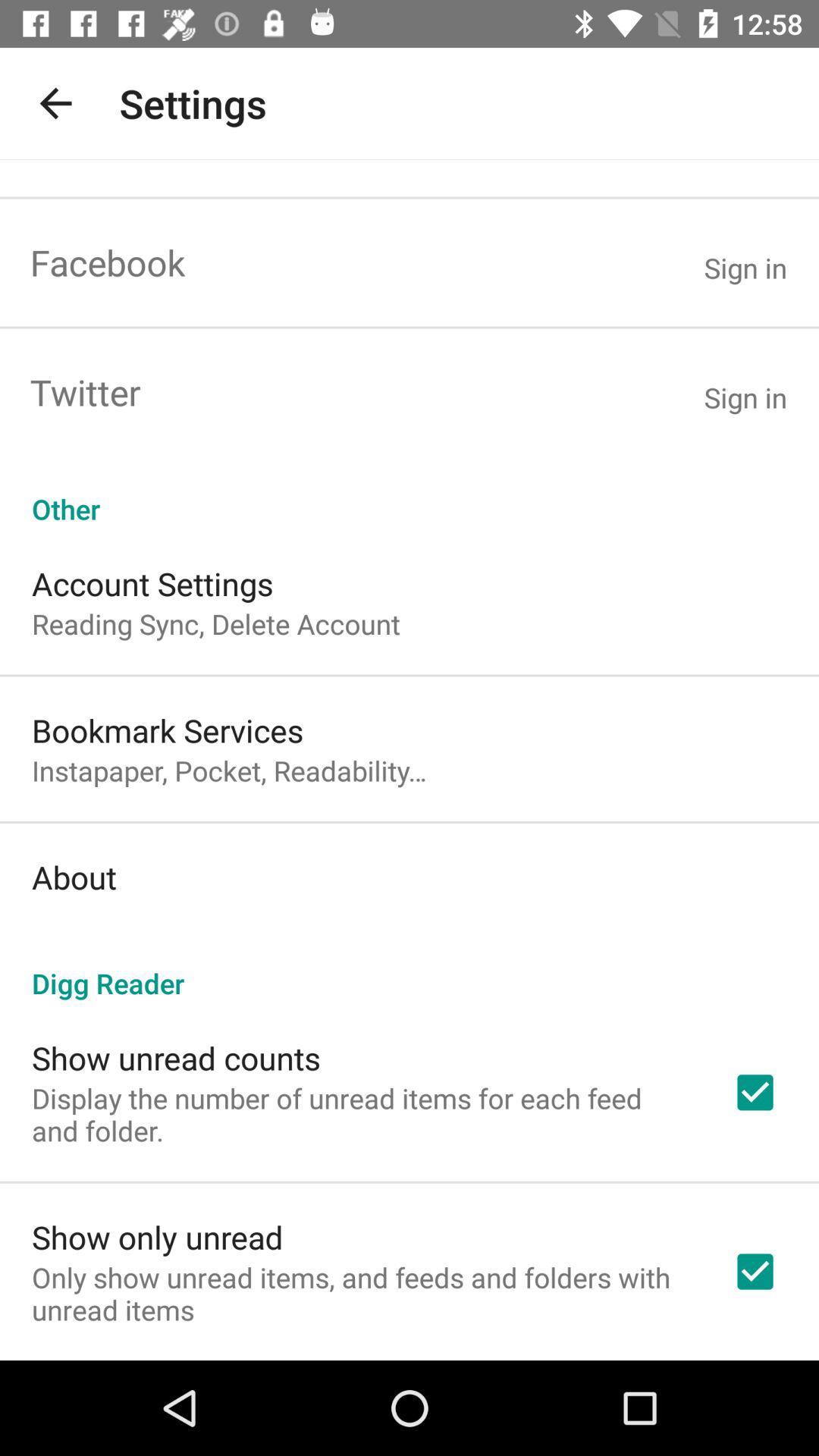  What do you see at coordinates (168, 730) in the screenshot?
I see `the icon below reading sync delete icon` at bounding box center [168, 730].